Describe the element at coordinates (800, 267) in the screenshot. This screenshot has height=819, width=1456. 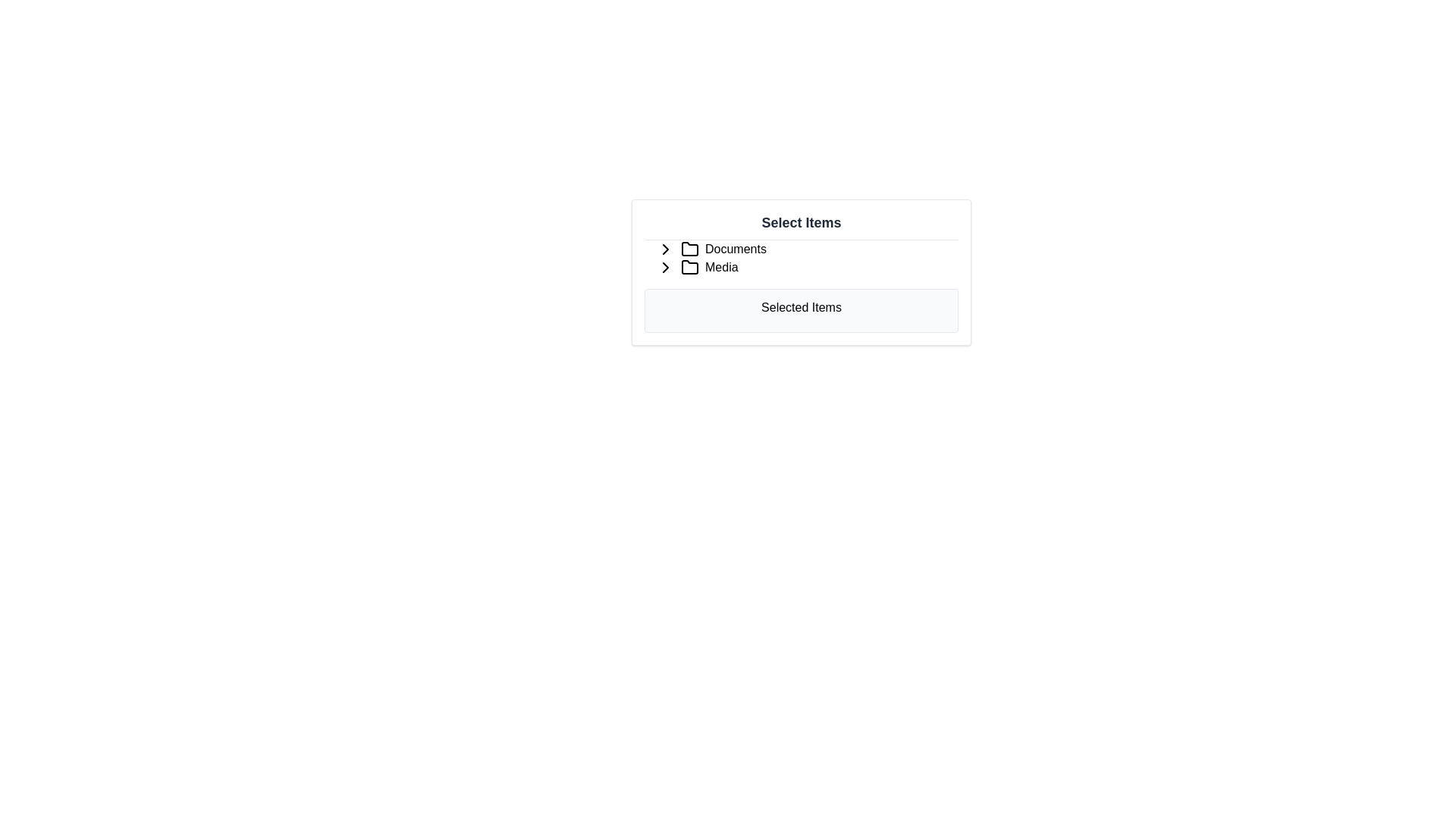
I see `the second list item in the 'Select Items' interface, which represents an option for selecting media files or folders` at that location.